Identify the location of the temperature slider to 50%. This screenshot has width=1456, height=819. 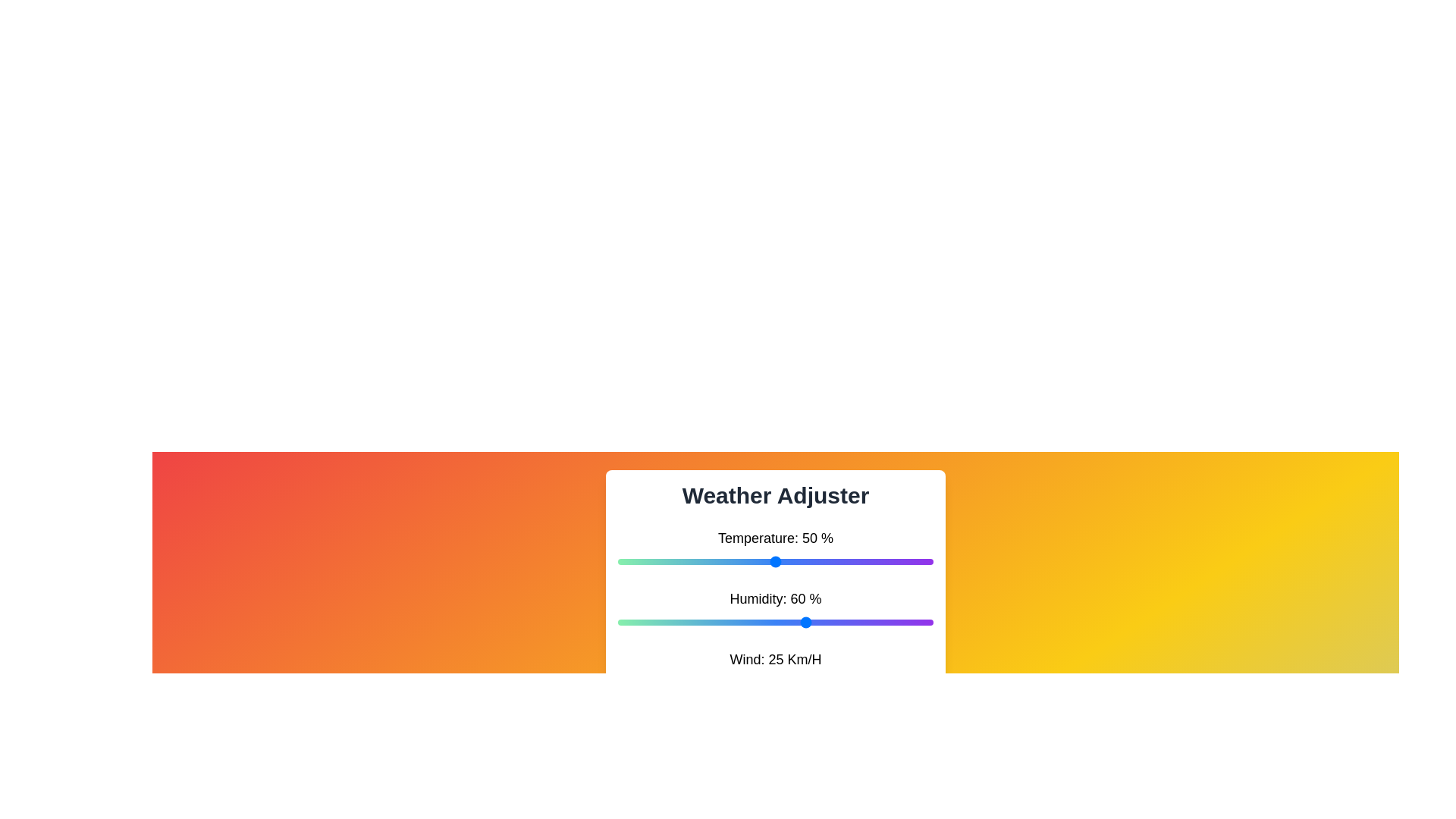
(775, 561).